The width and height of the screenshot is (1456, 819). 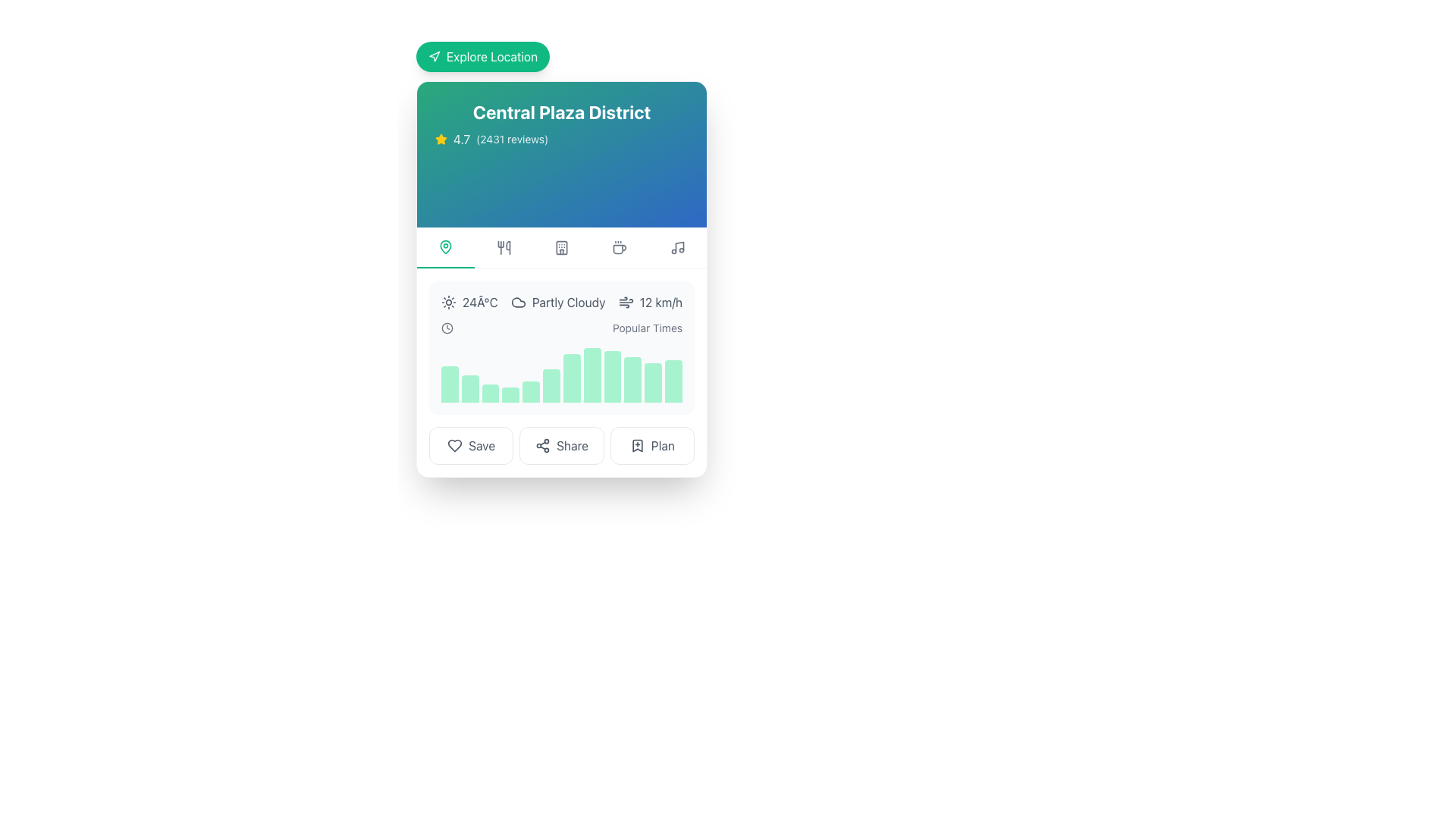 I want to click on text label displaying the total number of reviews '(2431 reviews)' associated with the rating score '4.7' for the 'Central Plaza District' title, so click(x=512, y=140).